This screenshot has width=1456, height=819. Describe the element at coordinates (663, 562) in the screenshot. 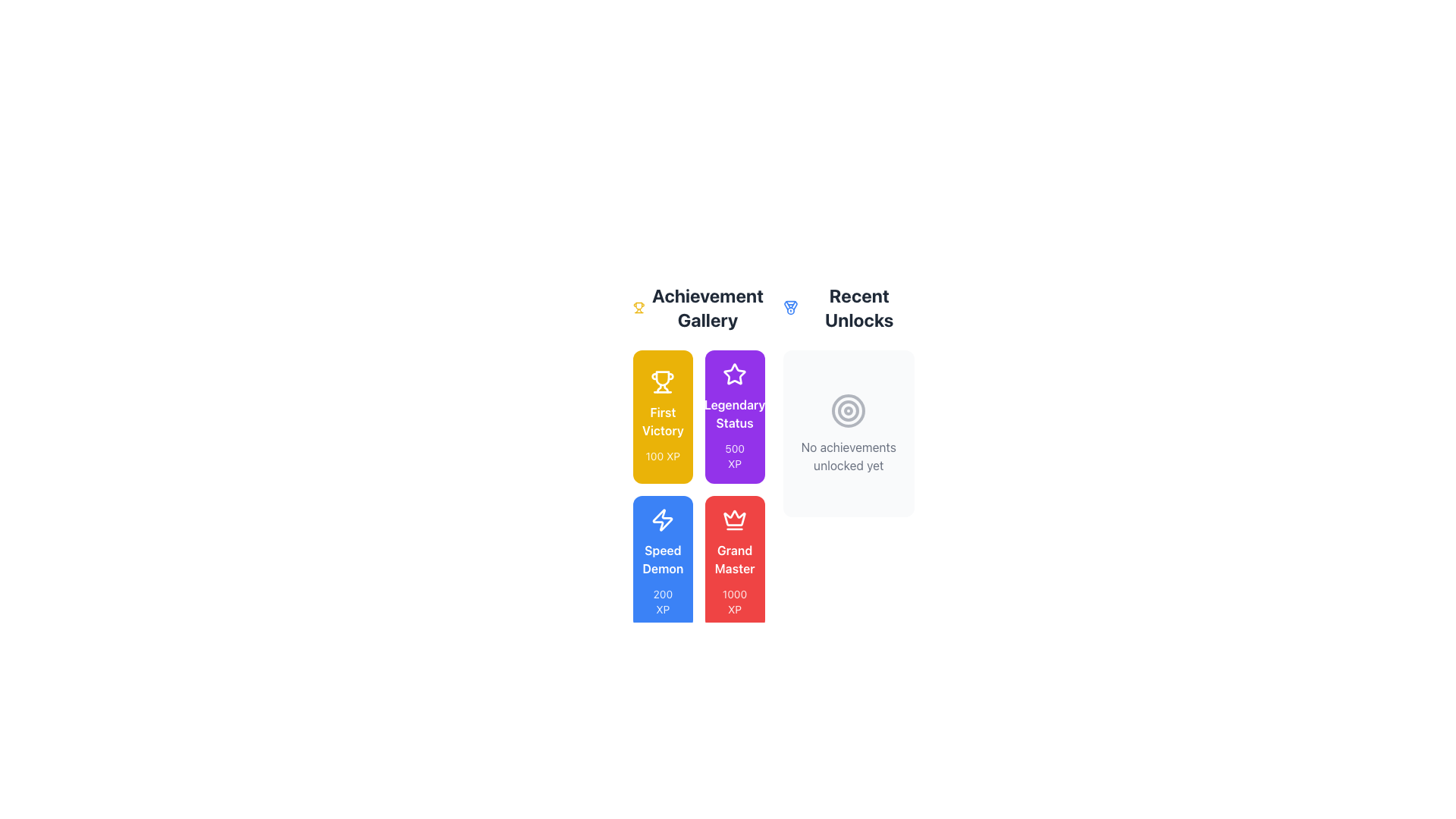

I see `the interactive button representing the 'Speed Demon' achievement associated with 200 experience points to interact with it` at that location.